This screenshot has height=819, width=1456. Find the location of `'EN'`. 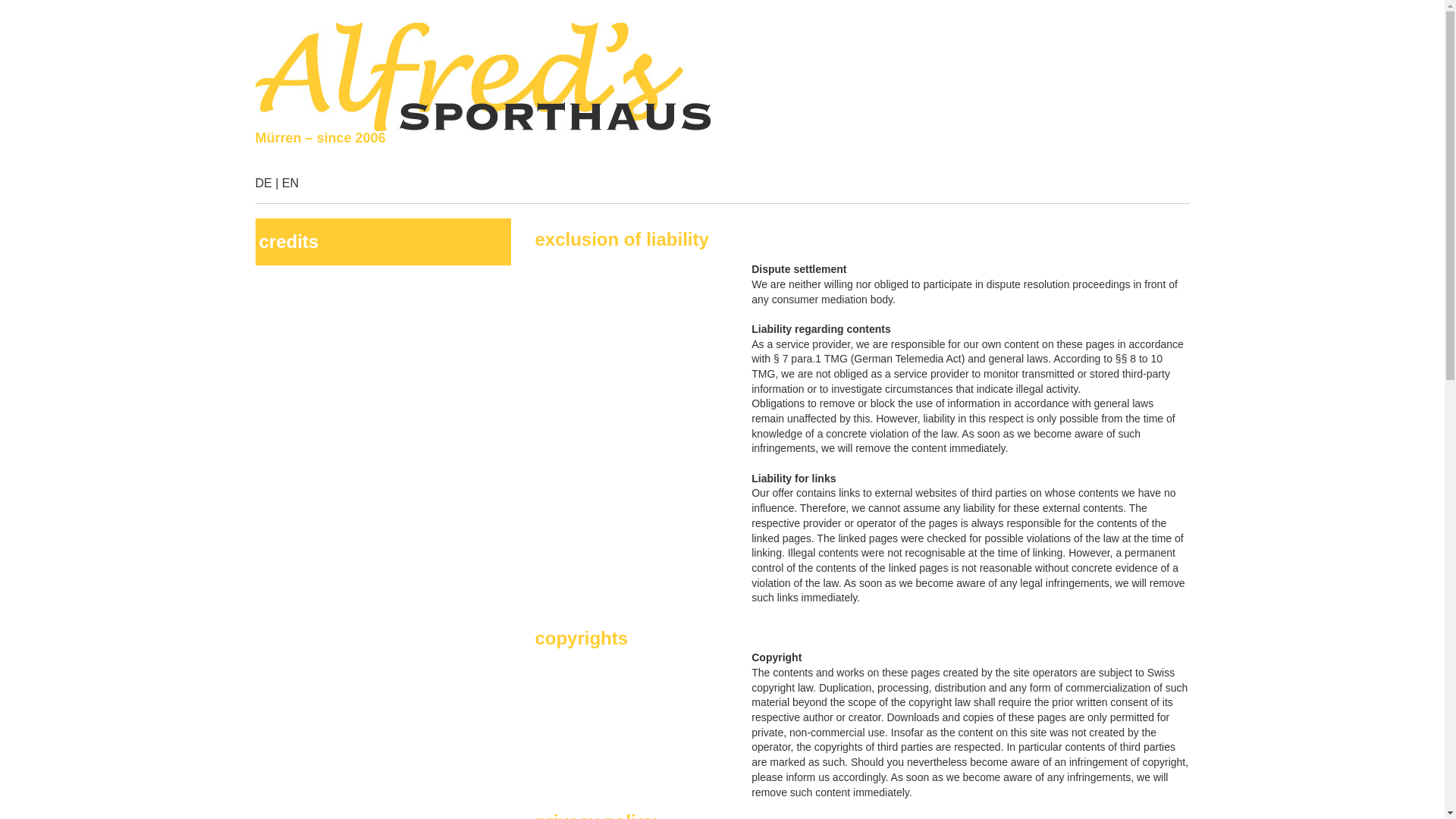

'EN' is located at coordinates (290, 182).